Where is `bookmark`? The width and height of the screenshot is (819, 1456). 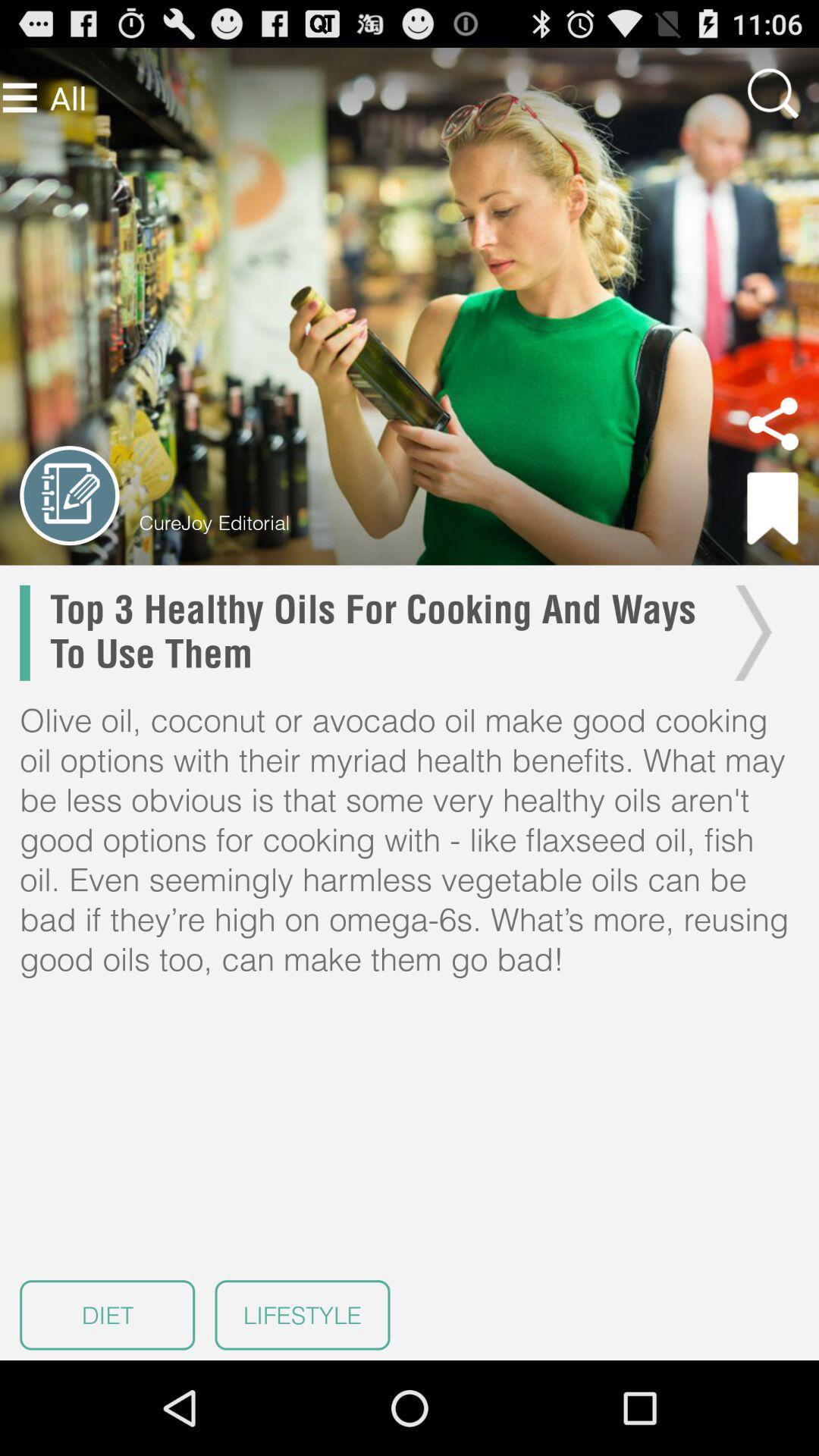 bookmark is located at coordinates (773, 508).